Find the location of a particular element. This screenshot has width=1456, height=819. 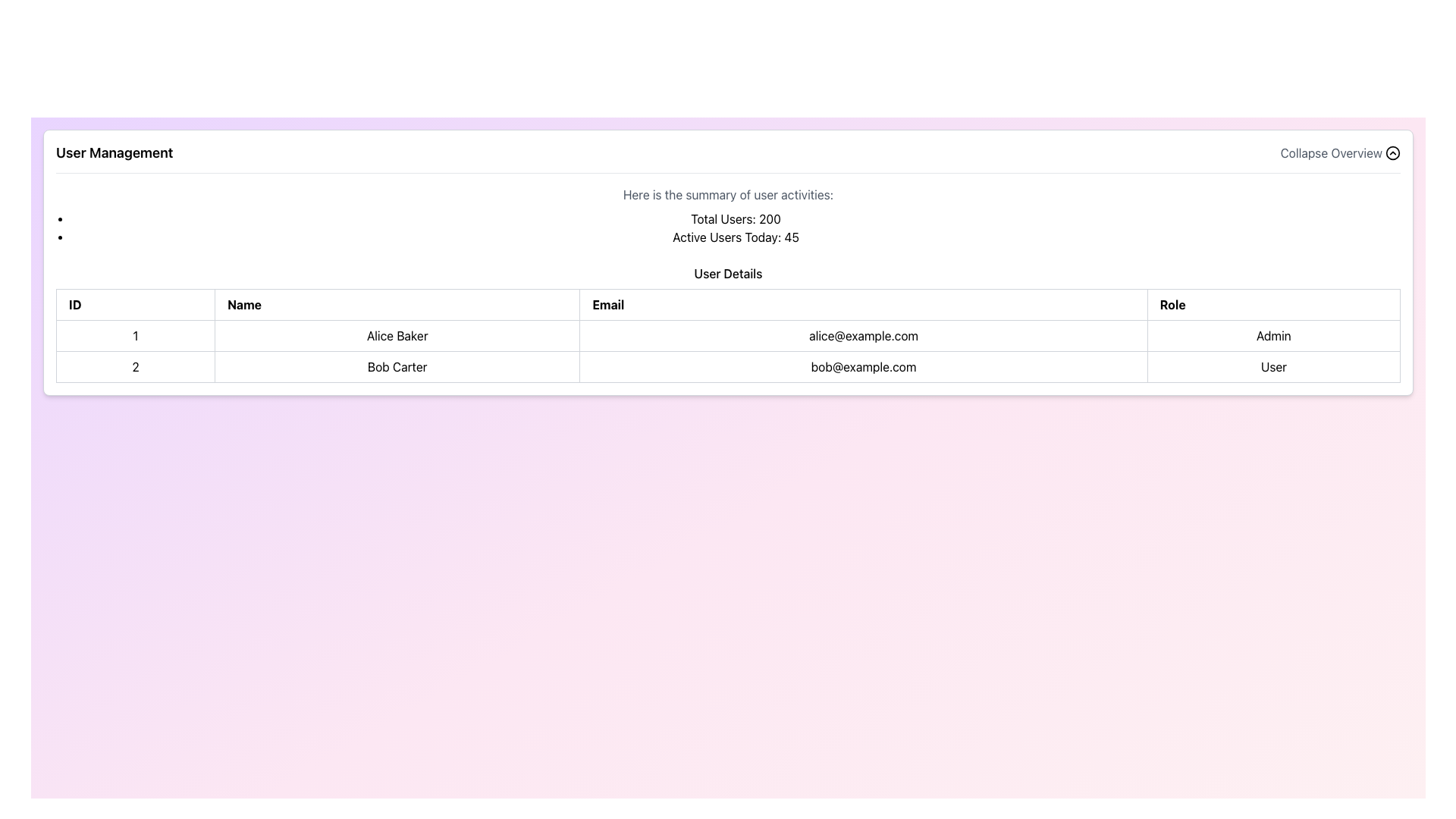

the 'User Details' text element, which serves as a header for the user data table, positioned above it and centered horizontally is located at coordinates (728, 274).